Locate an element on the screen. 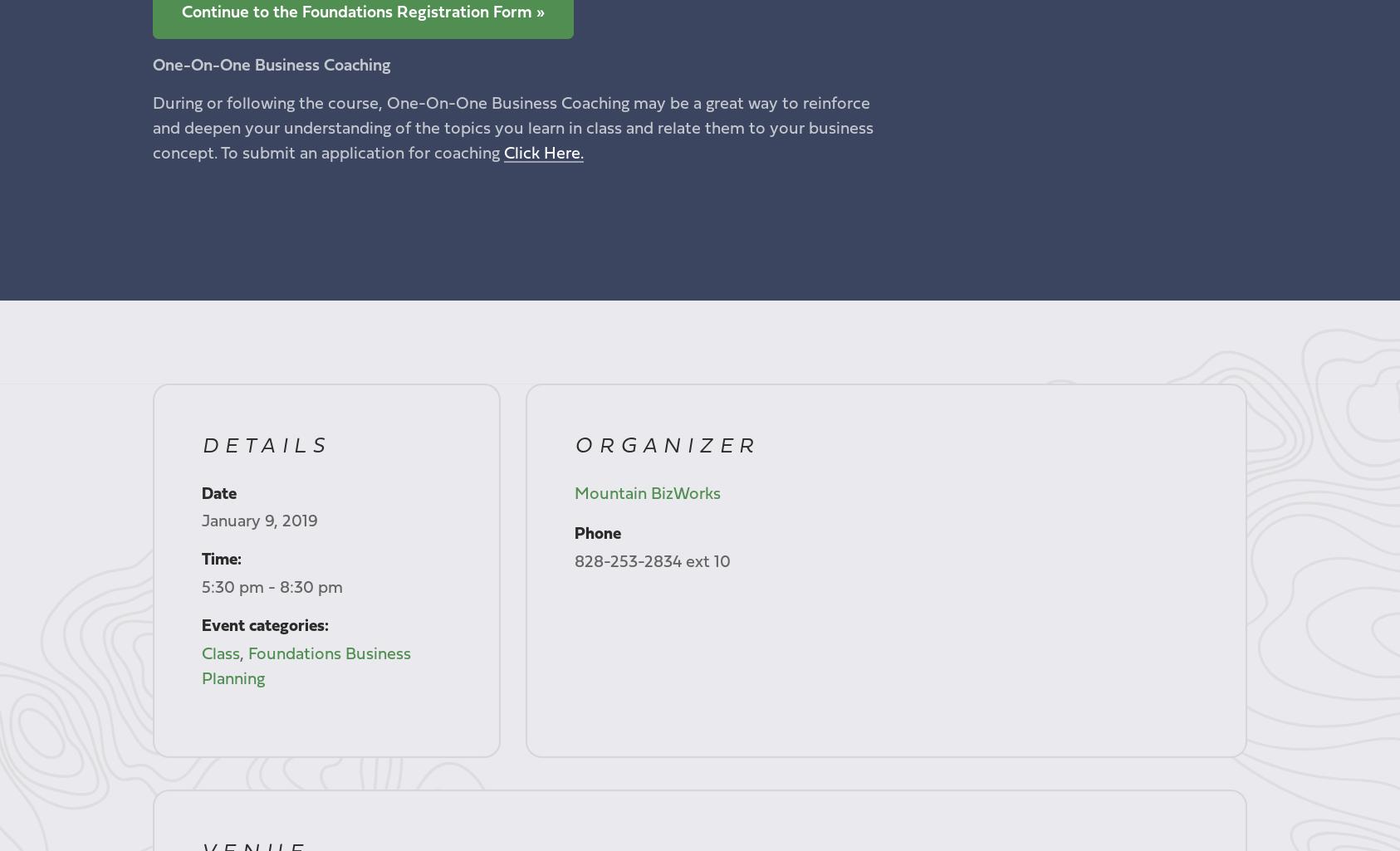 This screenshot has width=1400, height=851. 'Event categories:' is located at coordinates (200, 627).